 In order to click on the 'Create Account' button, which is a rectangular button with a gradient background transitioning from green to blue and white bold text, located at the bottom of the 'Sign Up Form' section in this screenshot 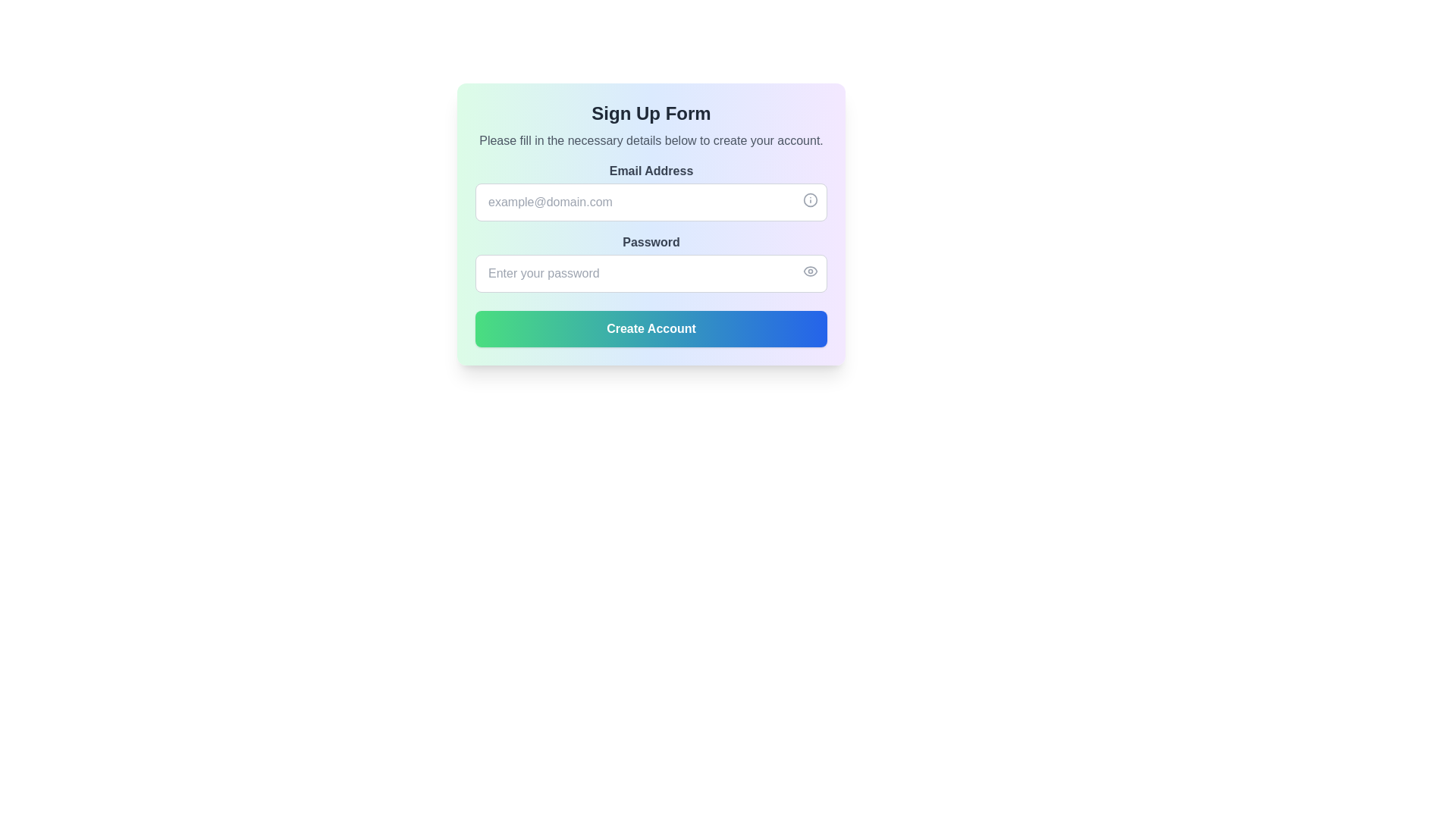, I will do `click(651, 328)`.